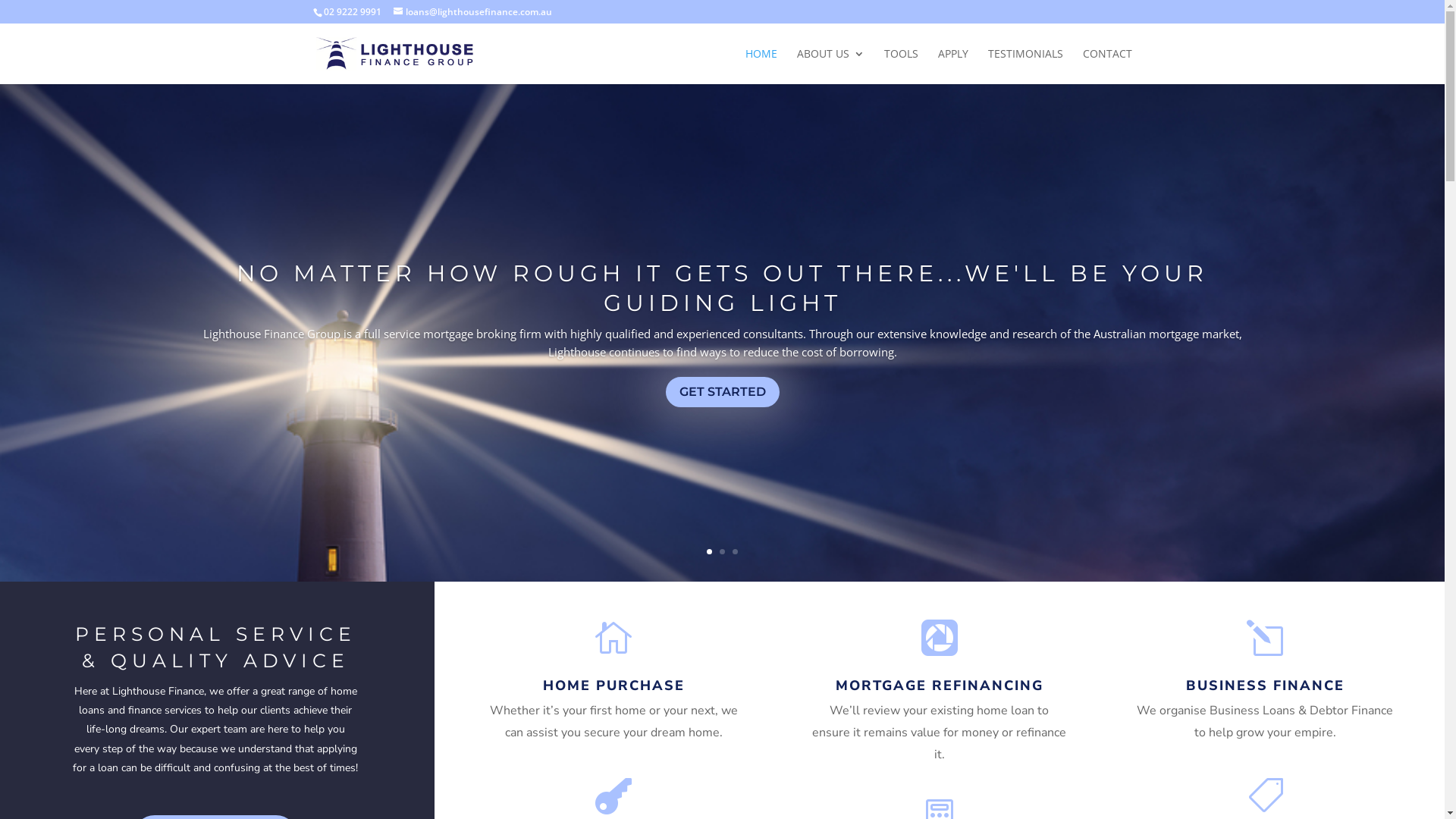  What do you see at coordinates (732, 551) in the screenshot?
I see `'3'` at bounding box center [732, 551].